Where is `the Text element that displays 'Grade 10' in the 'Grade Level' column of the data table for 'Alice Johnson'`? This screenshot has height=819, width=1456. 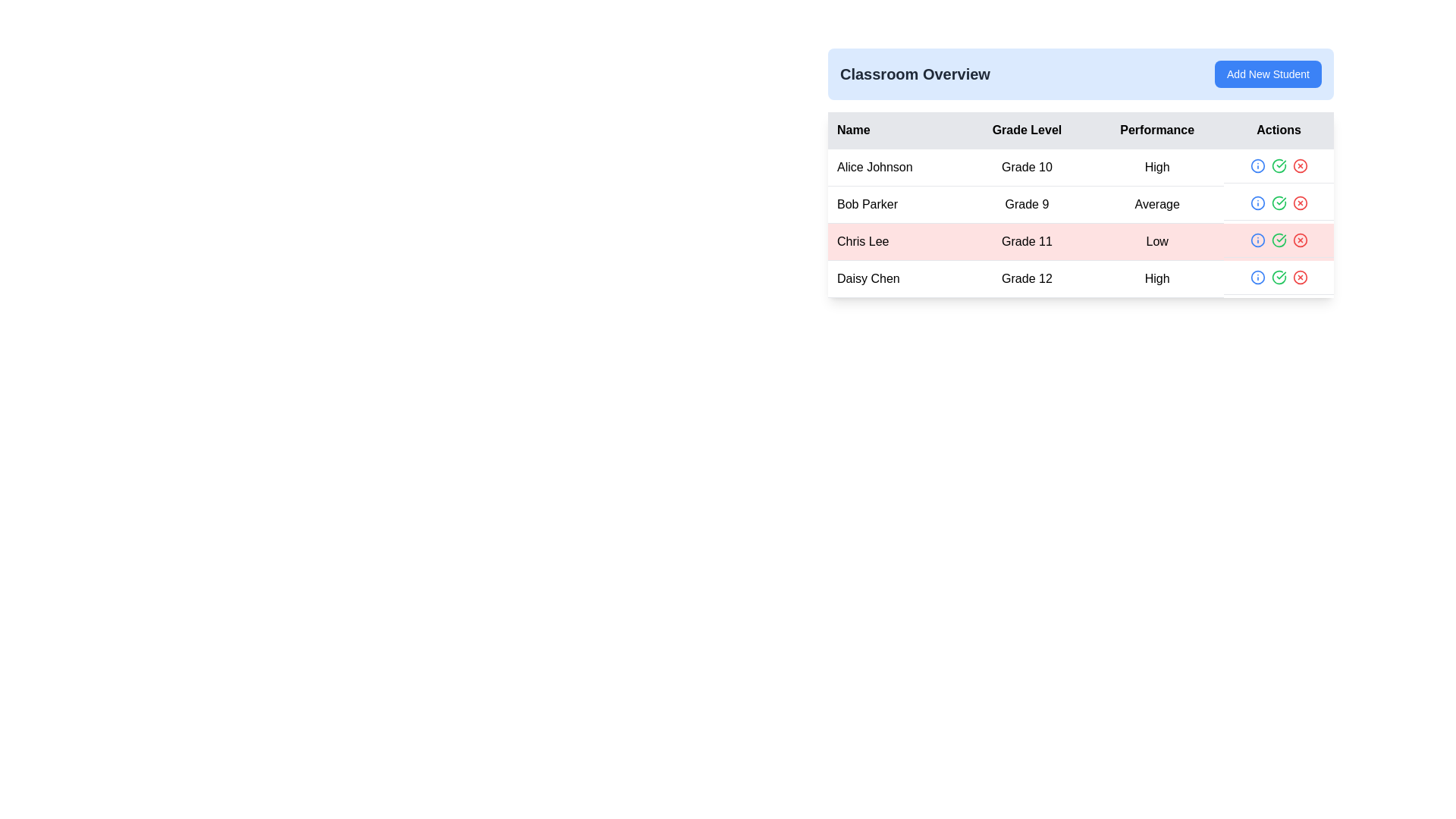 the Text element that displays 'Grade 10' in the 'Grade Level' column of the data table for 'Alice Johnson' is located at coordinates (1027, 167).